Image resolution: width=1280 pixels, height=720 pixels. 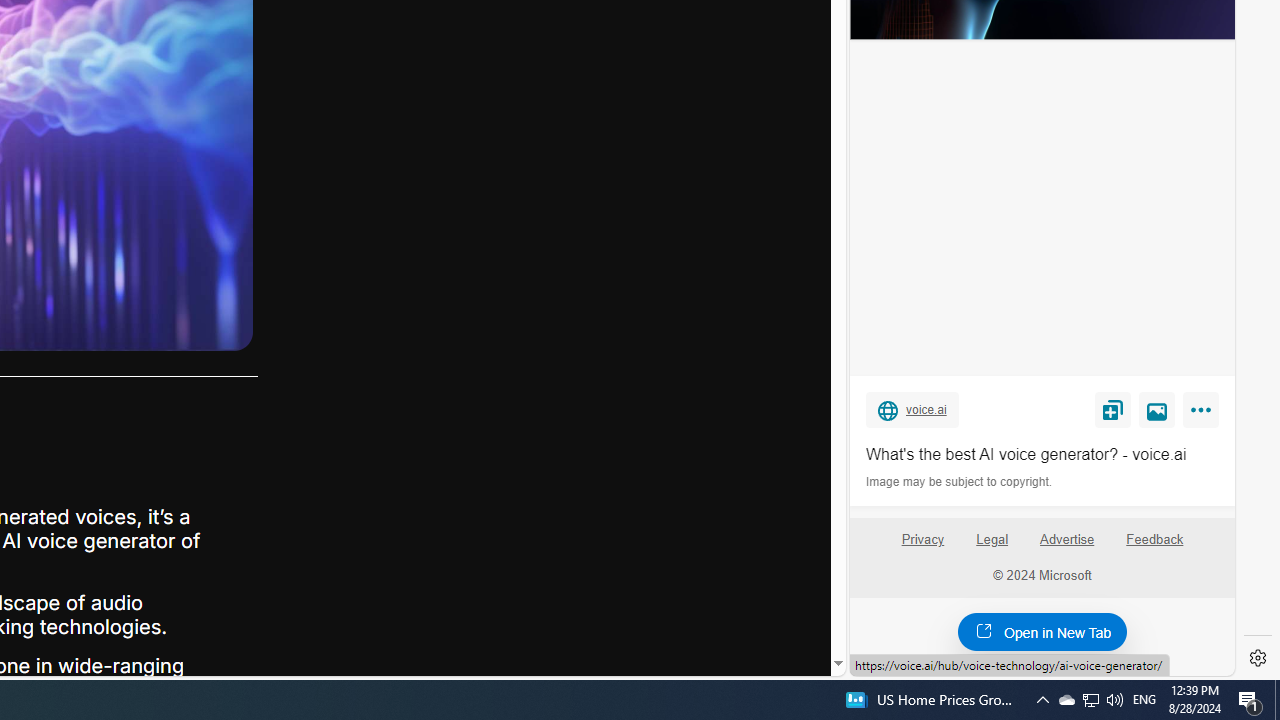 What do you see at coordinates (1066, 547) in the screenshot?
I see `'Advertise'` at bounding box center [1066, 547].